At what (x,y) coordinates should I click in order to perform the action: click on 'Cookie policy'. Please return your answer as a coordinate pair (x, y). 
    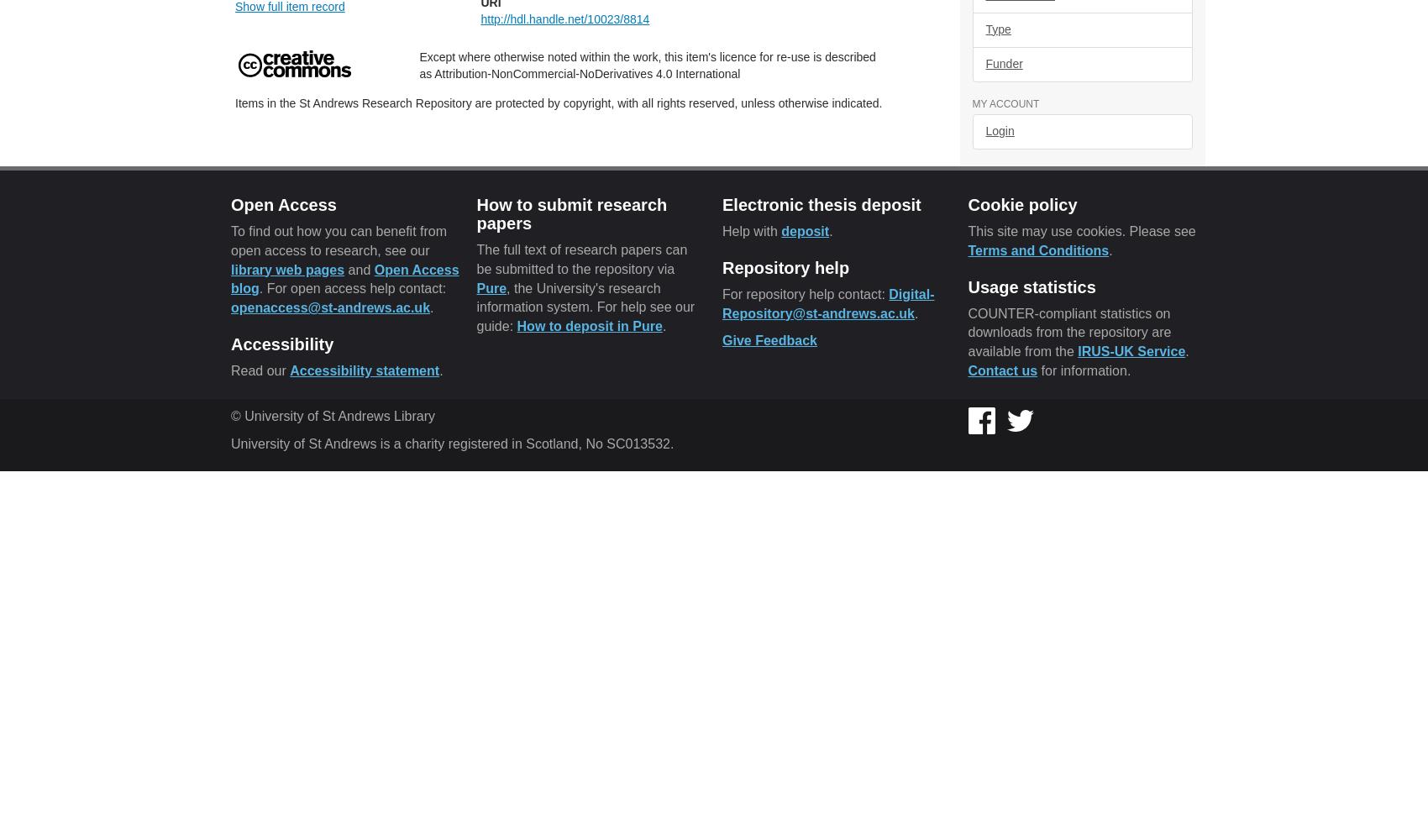
    Looking at the image, I should click on (1021, 203).